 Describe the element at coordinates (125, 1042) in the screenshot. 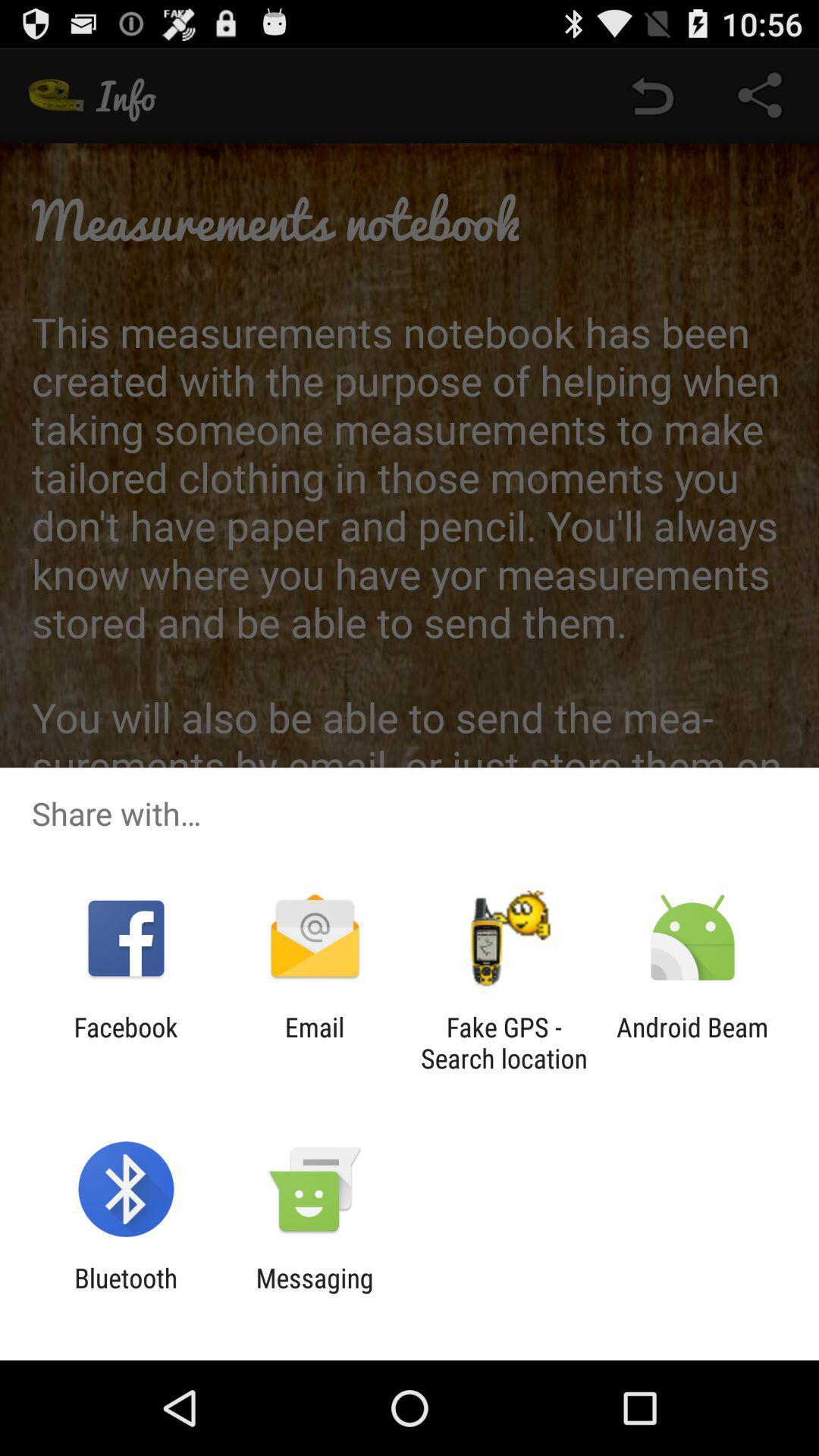

I see `item next to the email icon` at that location.